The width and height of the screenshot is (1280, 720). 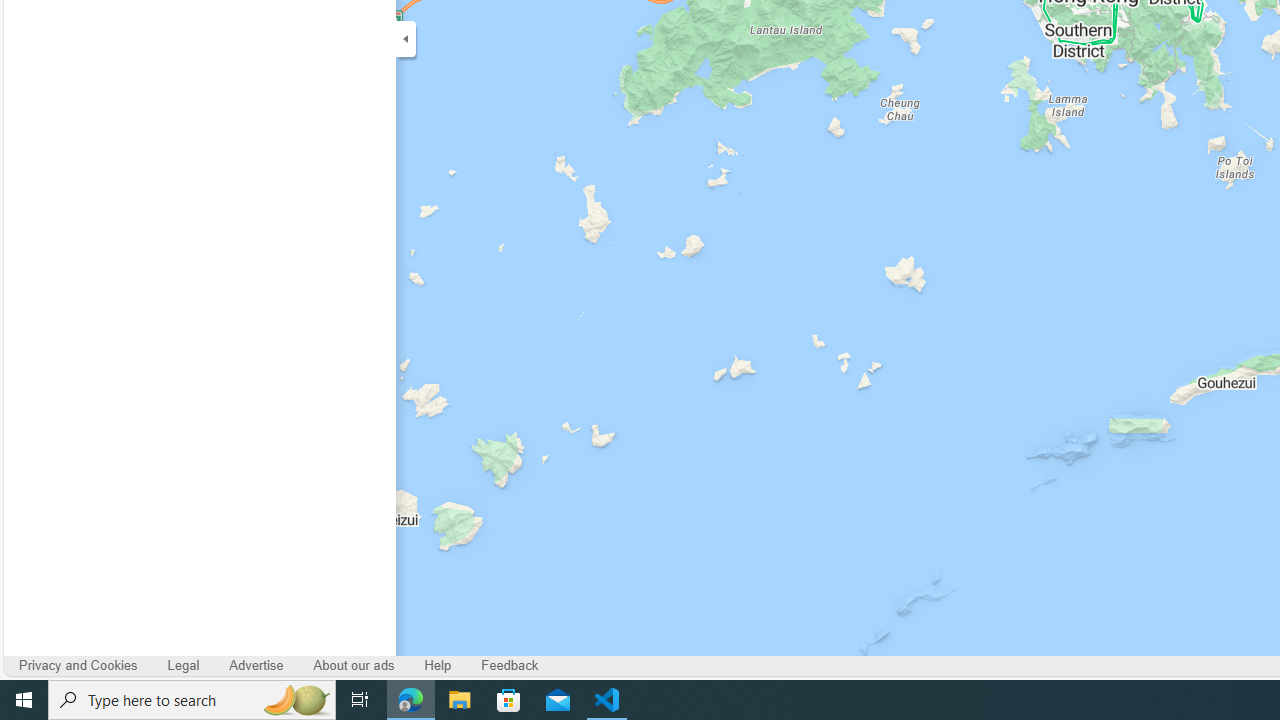 I want to click on 'Advertise', so click(x=255, y=666).